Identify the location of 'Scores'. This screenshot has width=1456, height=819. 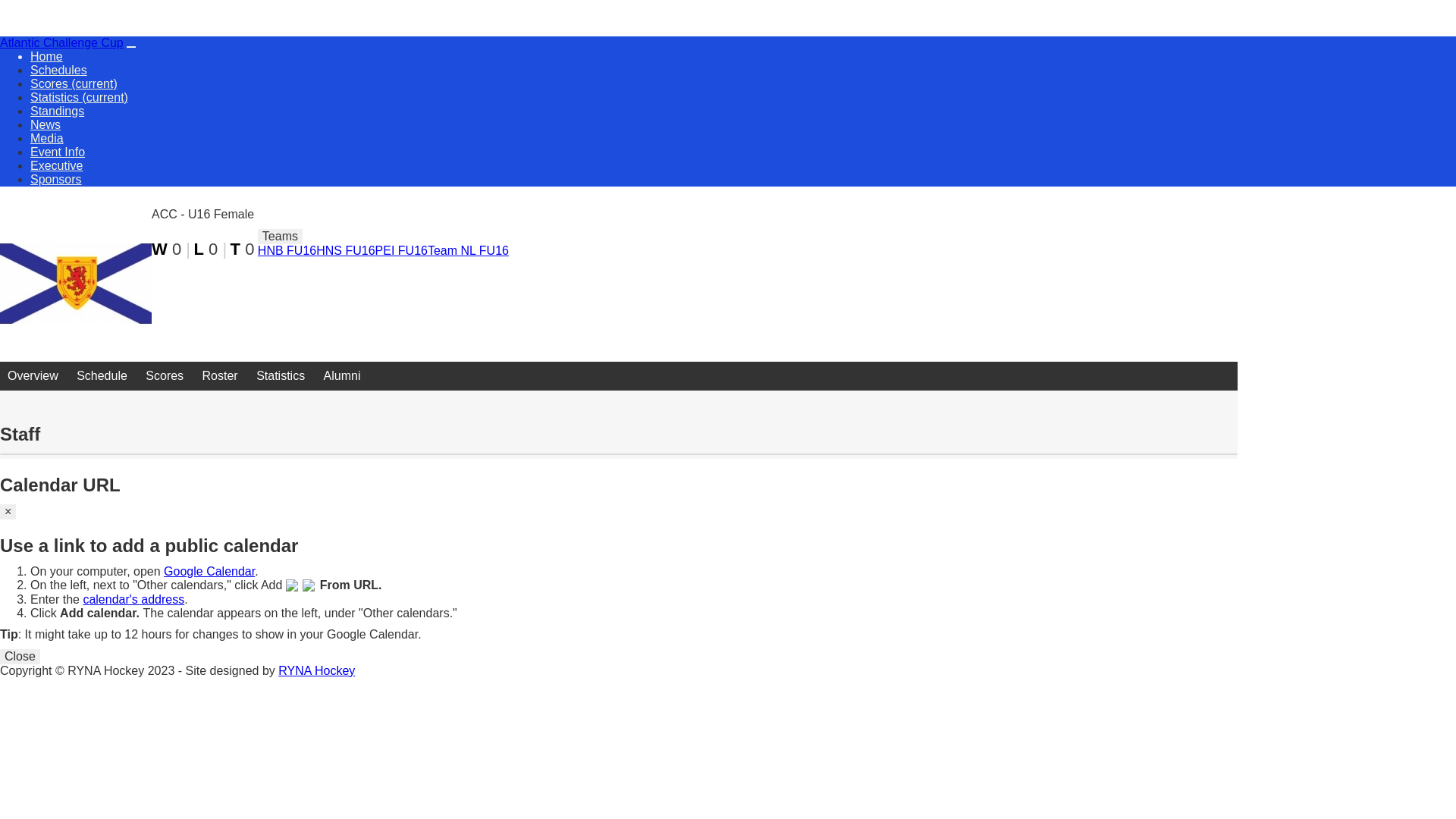
(164, 375).